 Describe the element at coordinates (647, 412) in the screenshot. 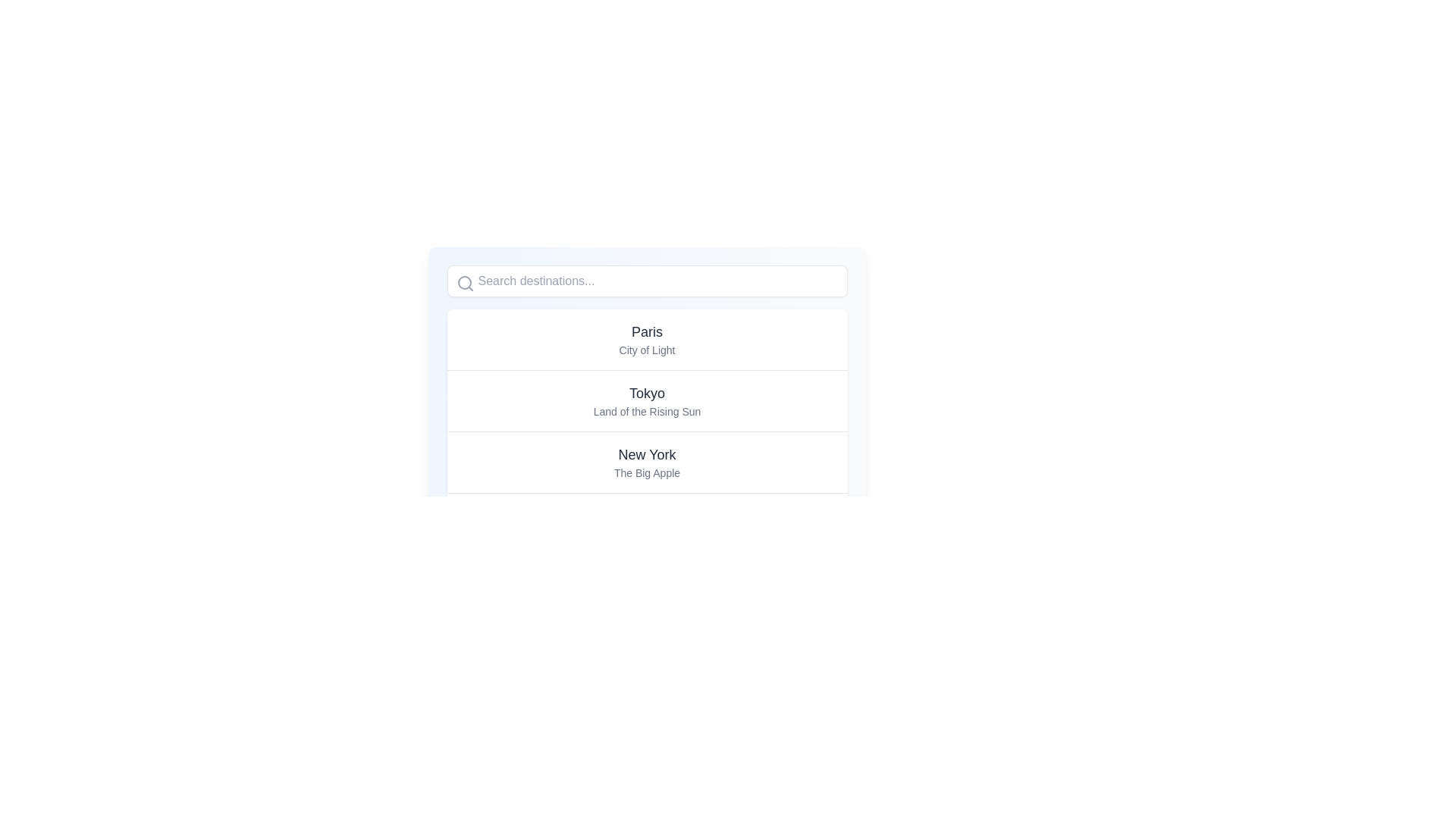

I see `the text label displaying 'Land of the Rising Sun', which is a small, gray font element located directly below the 'Tokyo' text, serving as supplementary information` at that location.